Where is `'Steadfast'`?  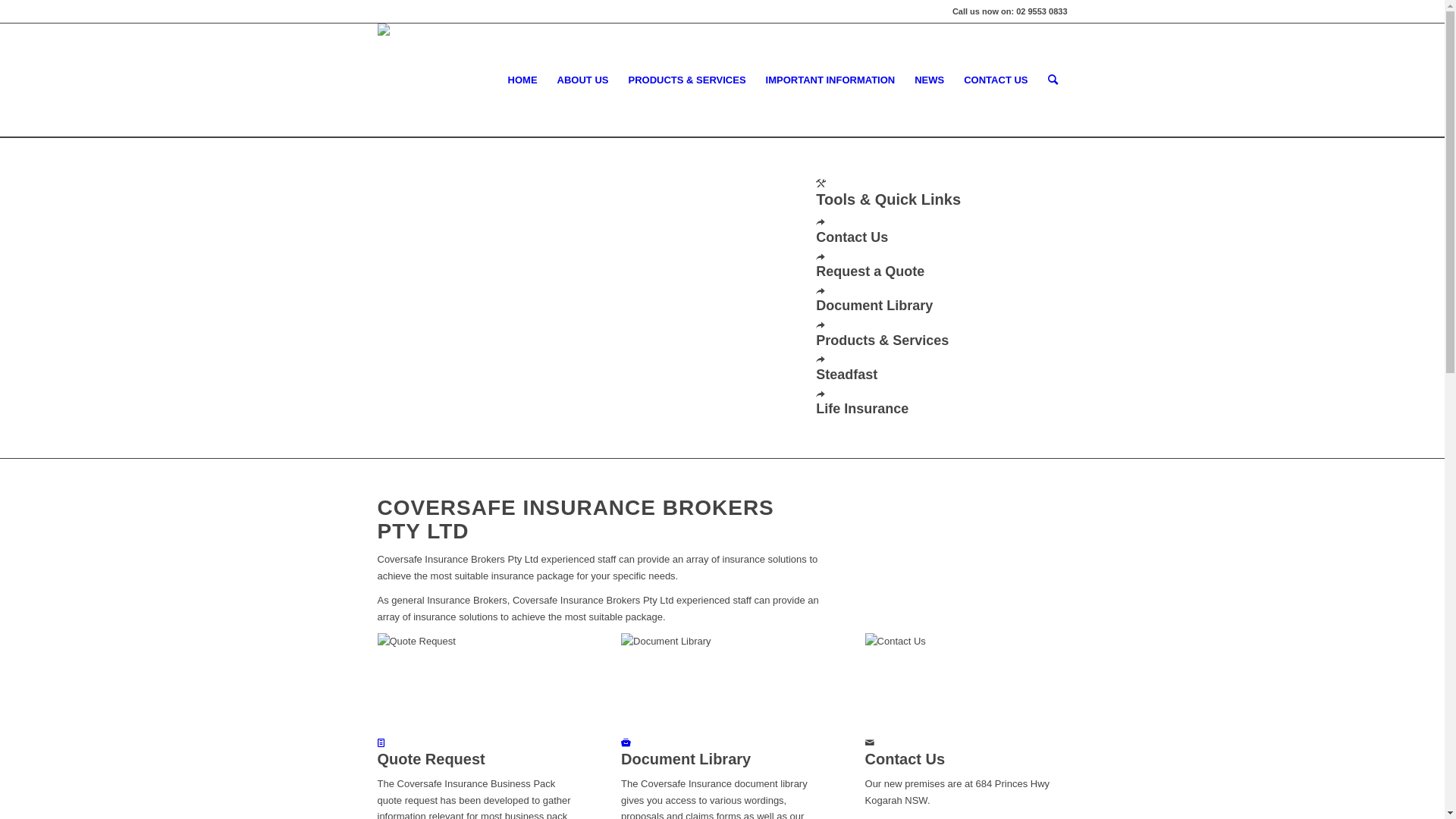 'Steadfast' is located at coordinates (846, 374).